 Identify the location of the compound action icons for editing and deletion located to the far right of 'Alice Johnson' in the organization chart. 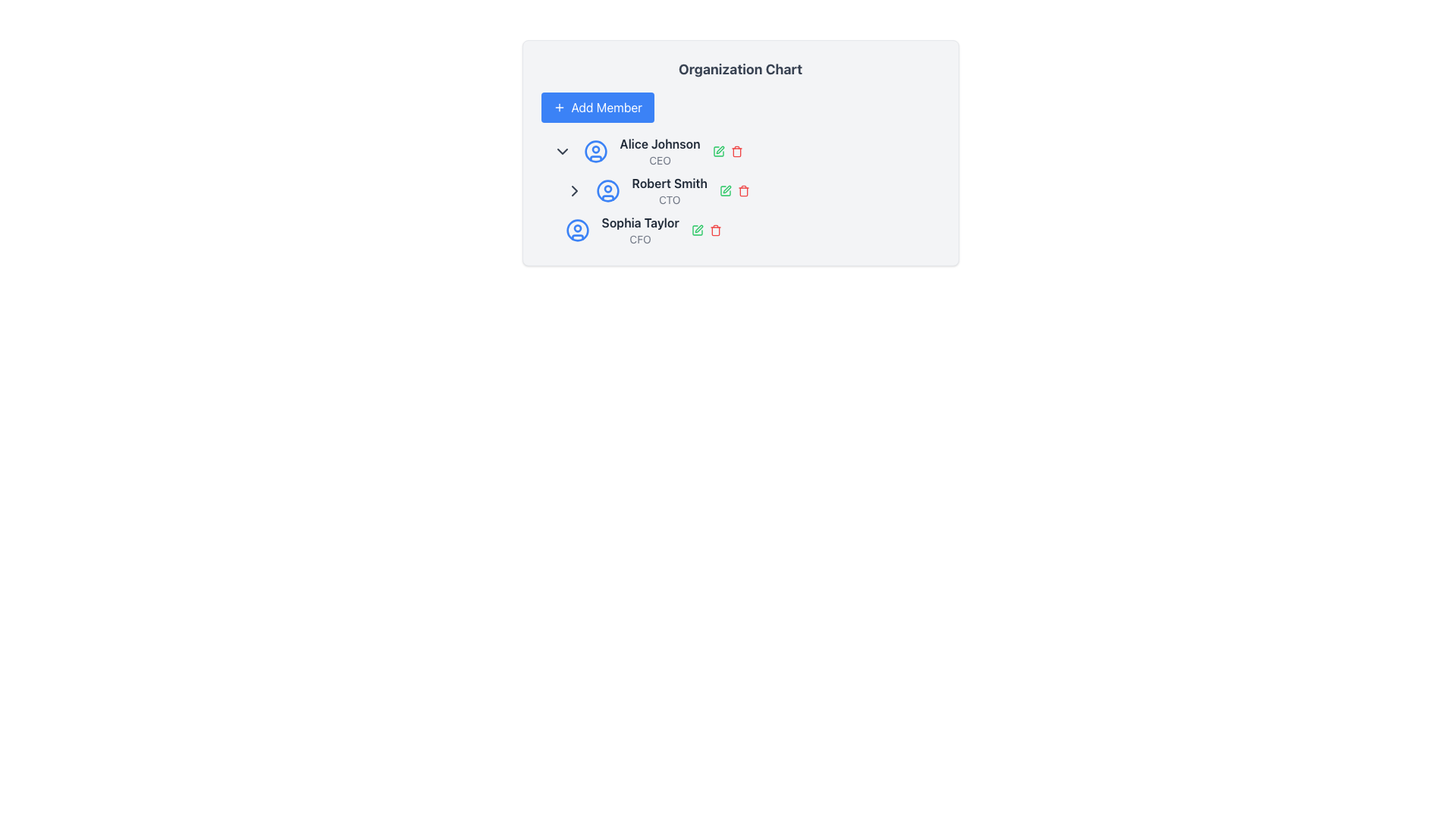
(726, 152).